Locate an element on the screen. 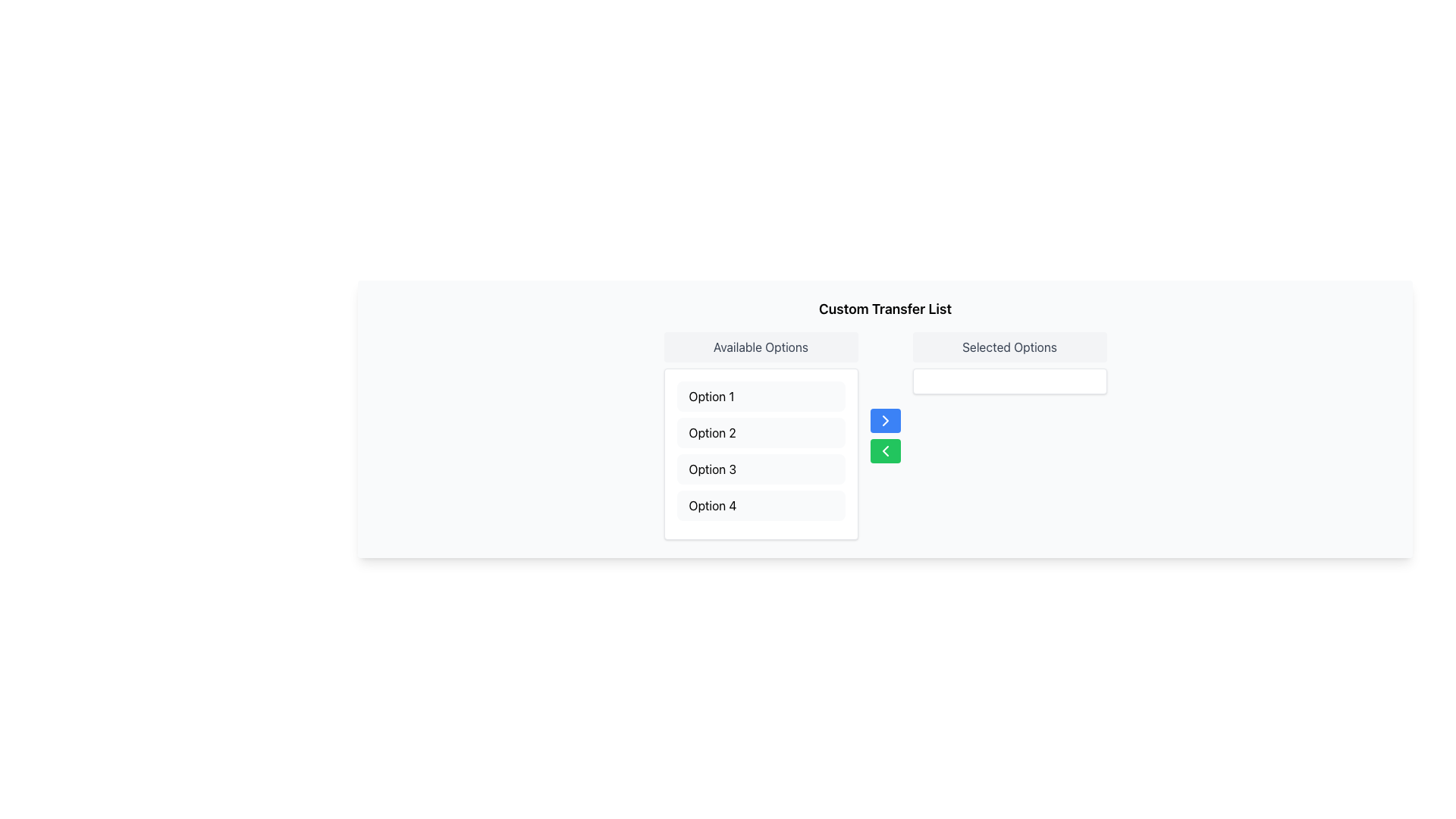 The image size is (1456, 819). the first selectable list item displaying 'Option 1' is located at coordinates (761, 396).